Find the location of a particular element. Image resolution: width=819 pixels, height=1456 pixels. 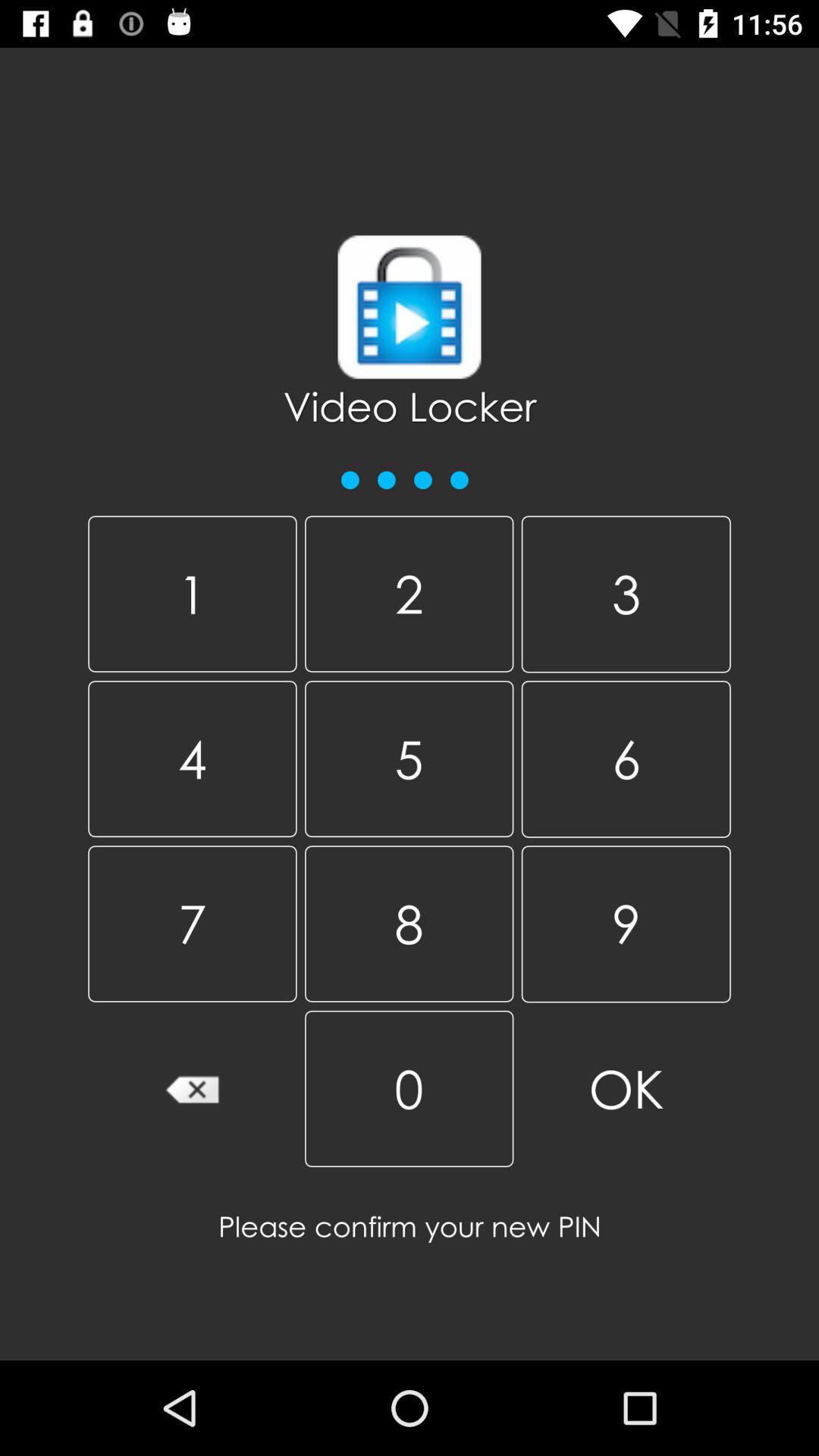

the icon to the right of 4 is located at coordinates (408, 923).